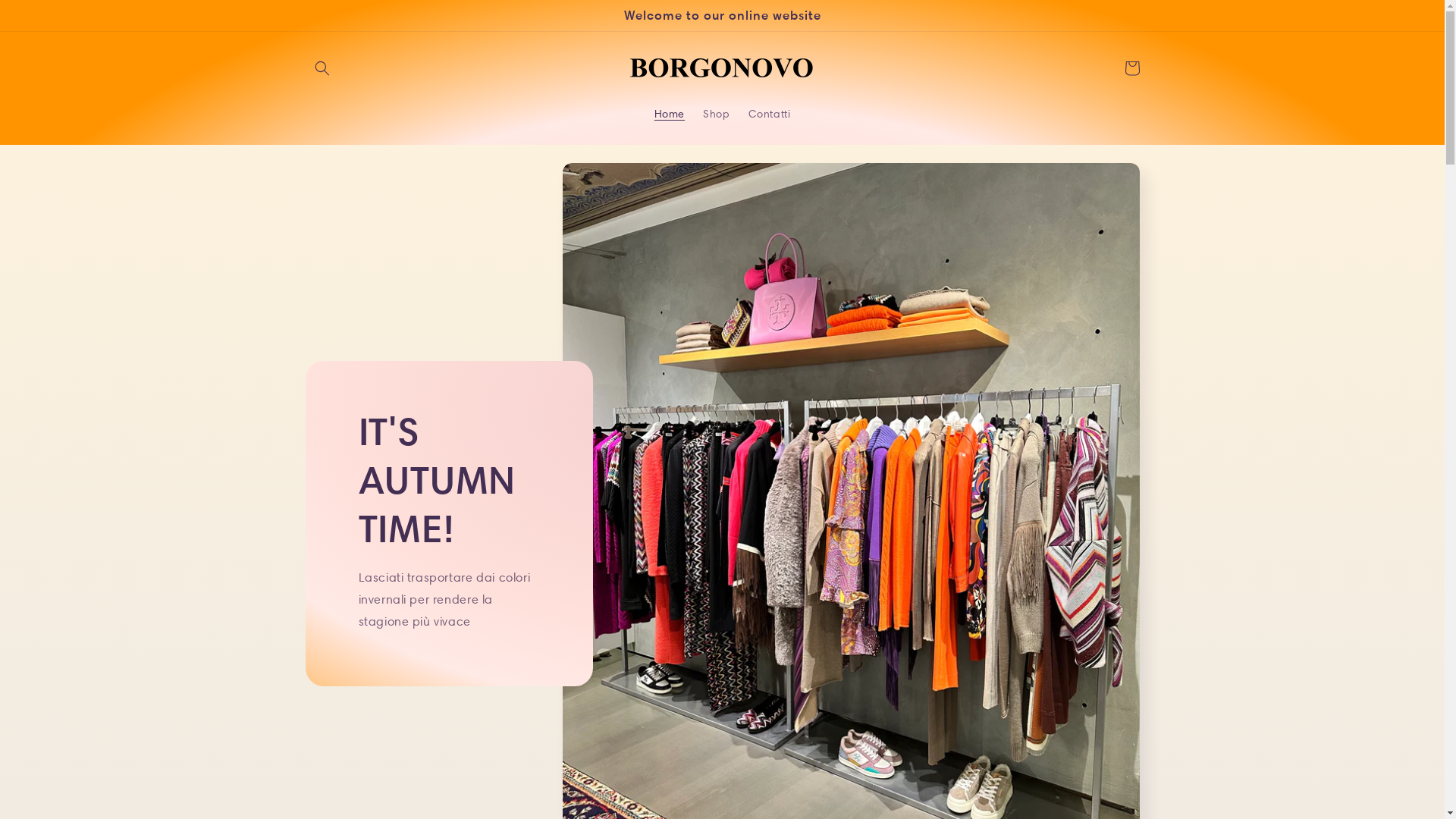 Image resolution: width=1456 pixels, height=819 pixels. Describe the element at coordinates (669, 113) in the screenshot. I see `'Home'` at that location.